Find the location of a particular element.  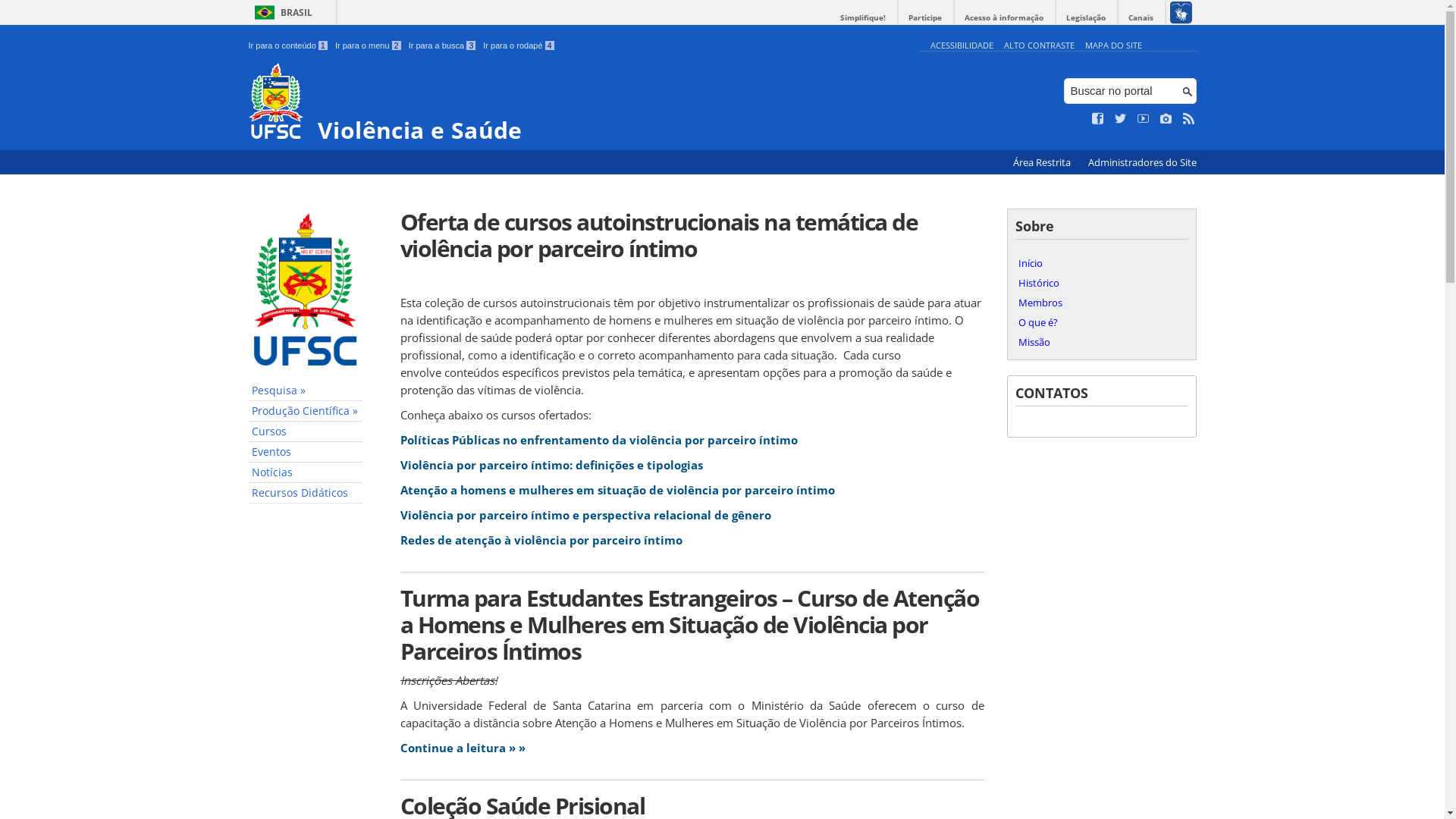

'Cursos' is located at coordinates (305, 431).